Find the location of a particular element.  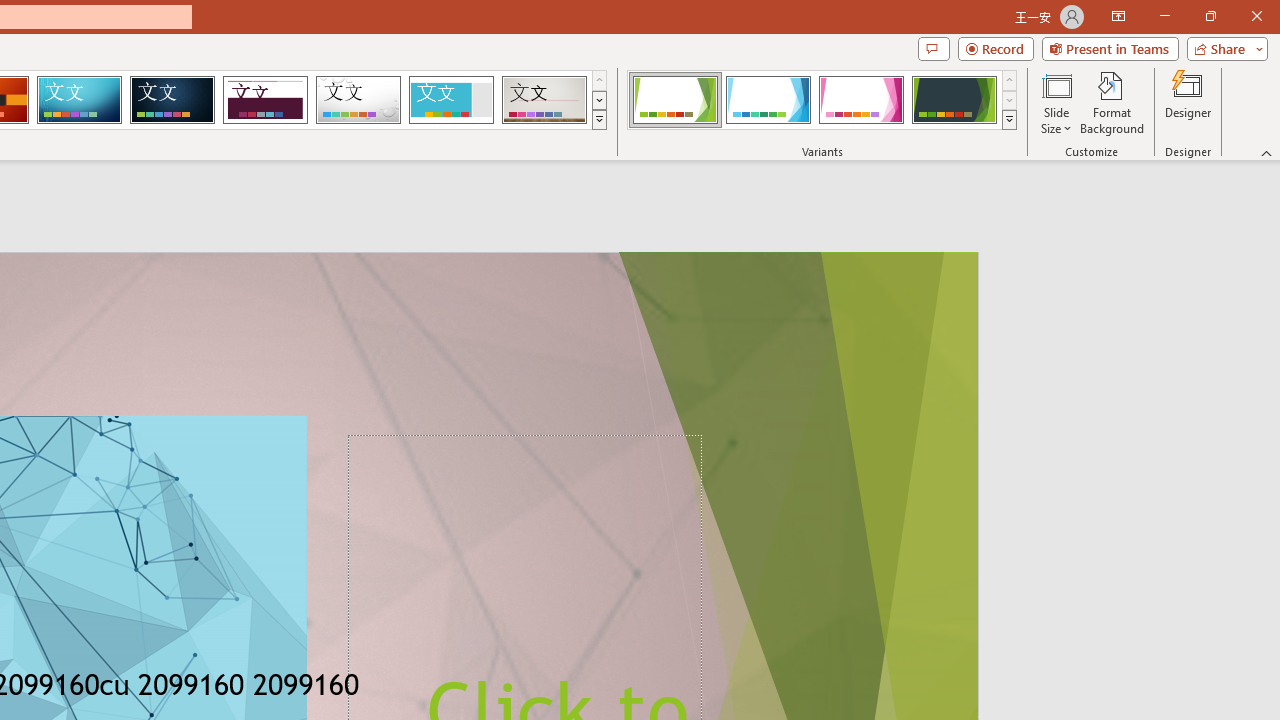

'Slide Size' is located at coordinates (1055, 103).